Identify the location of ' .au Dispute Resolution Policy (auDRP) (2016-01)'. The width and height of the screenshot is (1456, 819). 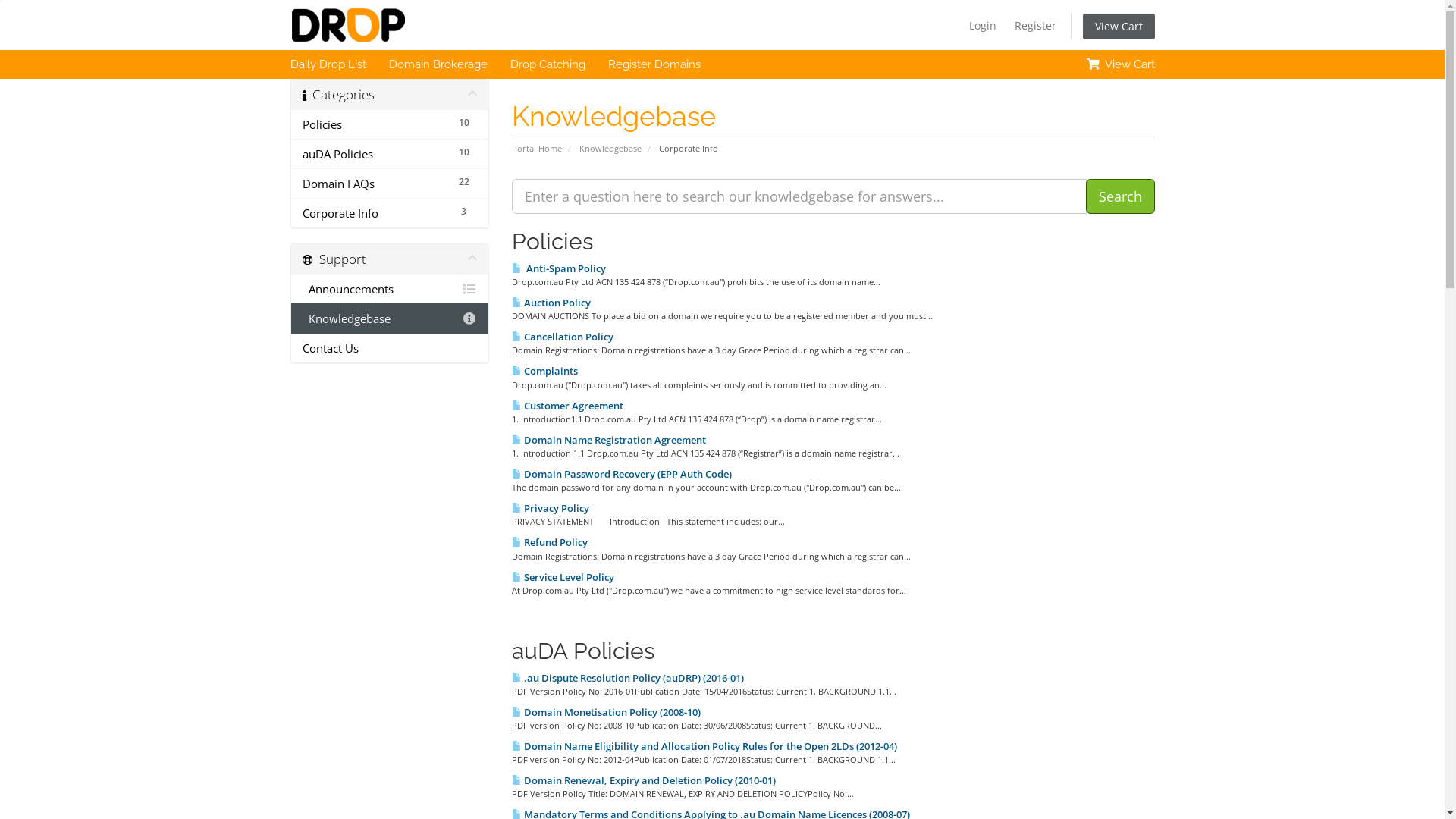
(628, 677).